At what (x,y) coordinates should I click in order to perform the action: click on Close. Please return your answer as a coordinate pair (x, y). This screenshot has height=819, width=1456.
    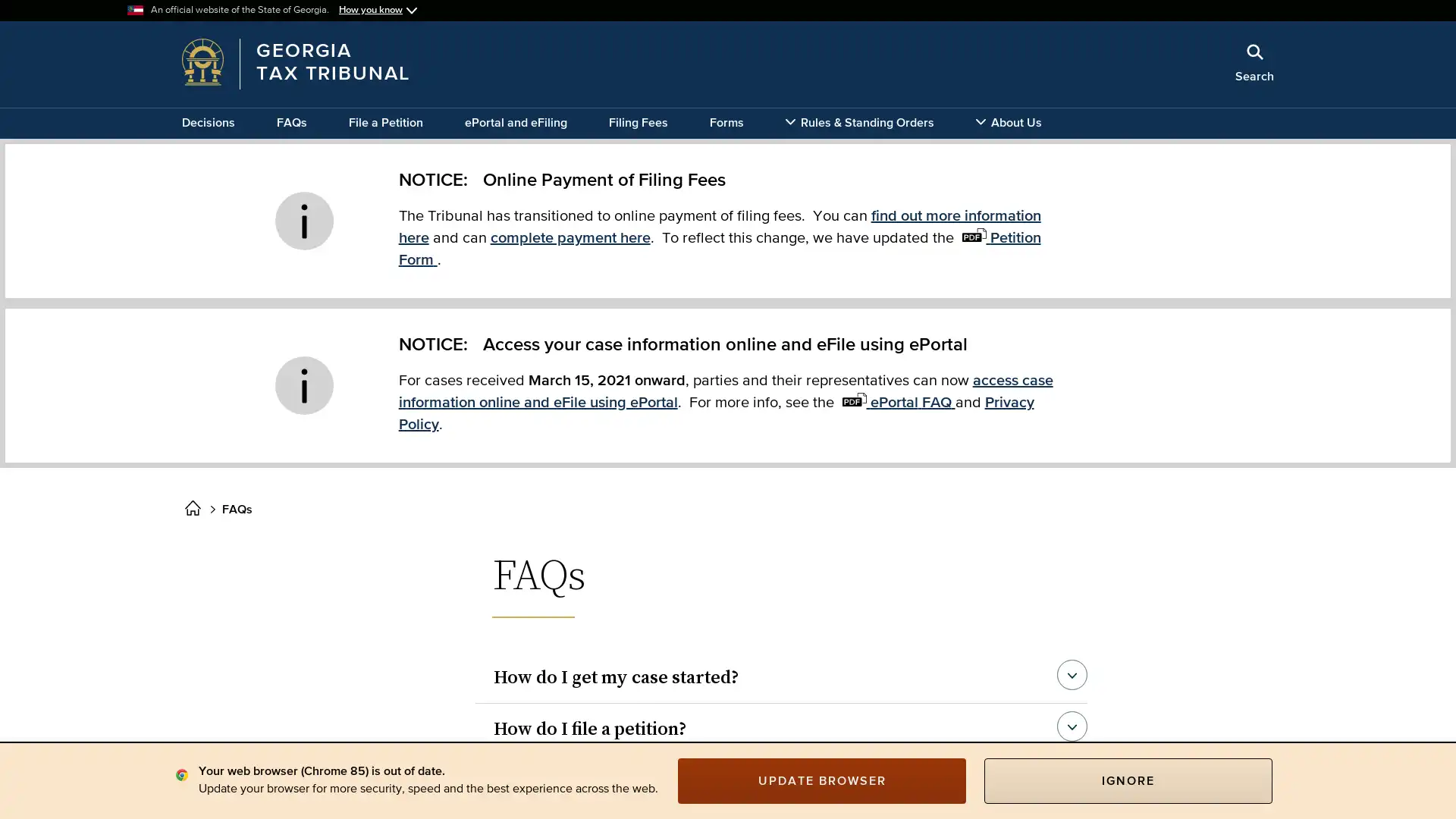
    Looking at the image, I should click on (1257, 47).